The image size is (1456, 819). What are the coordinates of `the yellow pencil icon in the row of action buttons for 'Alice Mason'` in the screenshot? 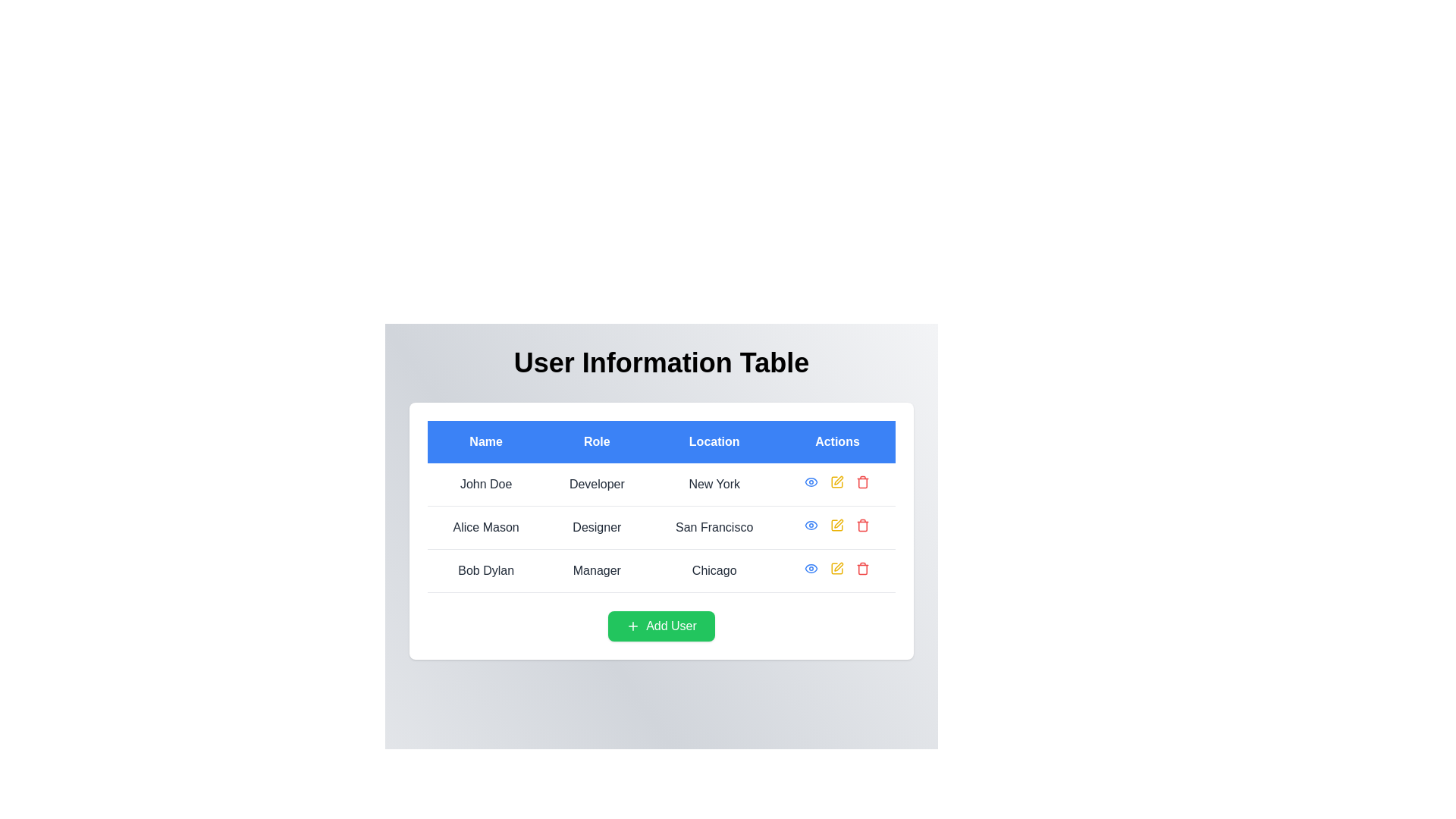 It's located at (836, 525).